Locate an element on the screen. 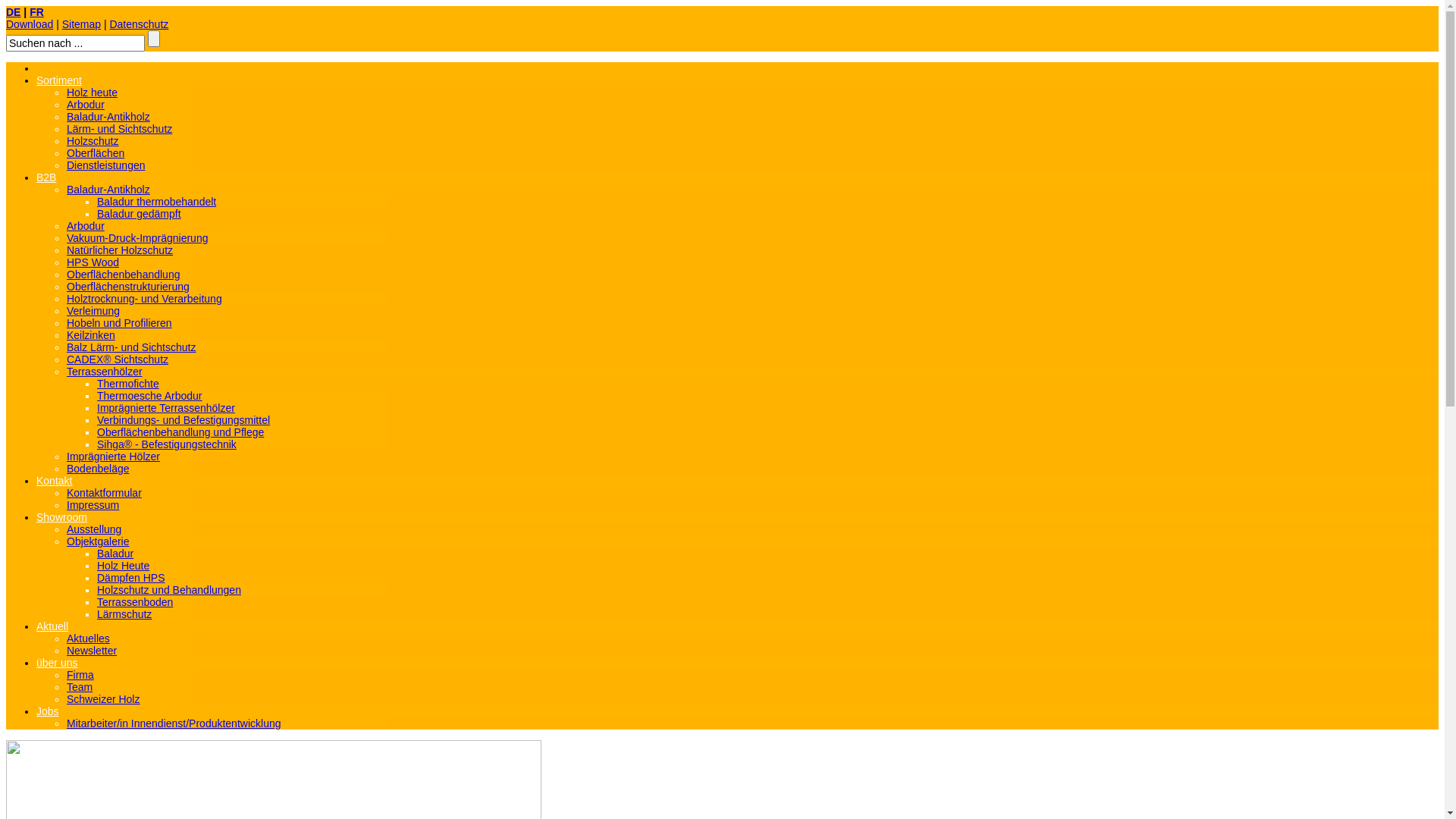 This screenshot has height=819, width=1456. 'Thermofichte' is located at coordinates (127, 382).